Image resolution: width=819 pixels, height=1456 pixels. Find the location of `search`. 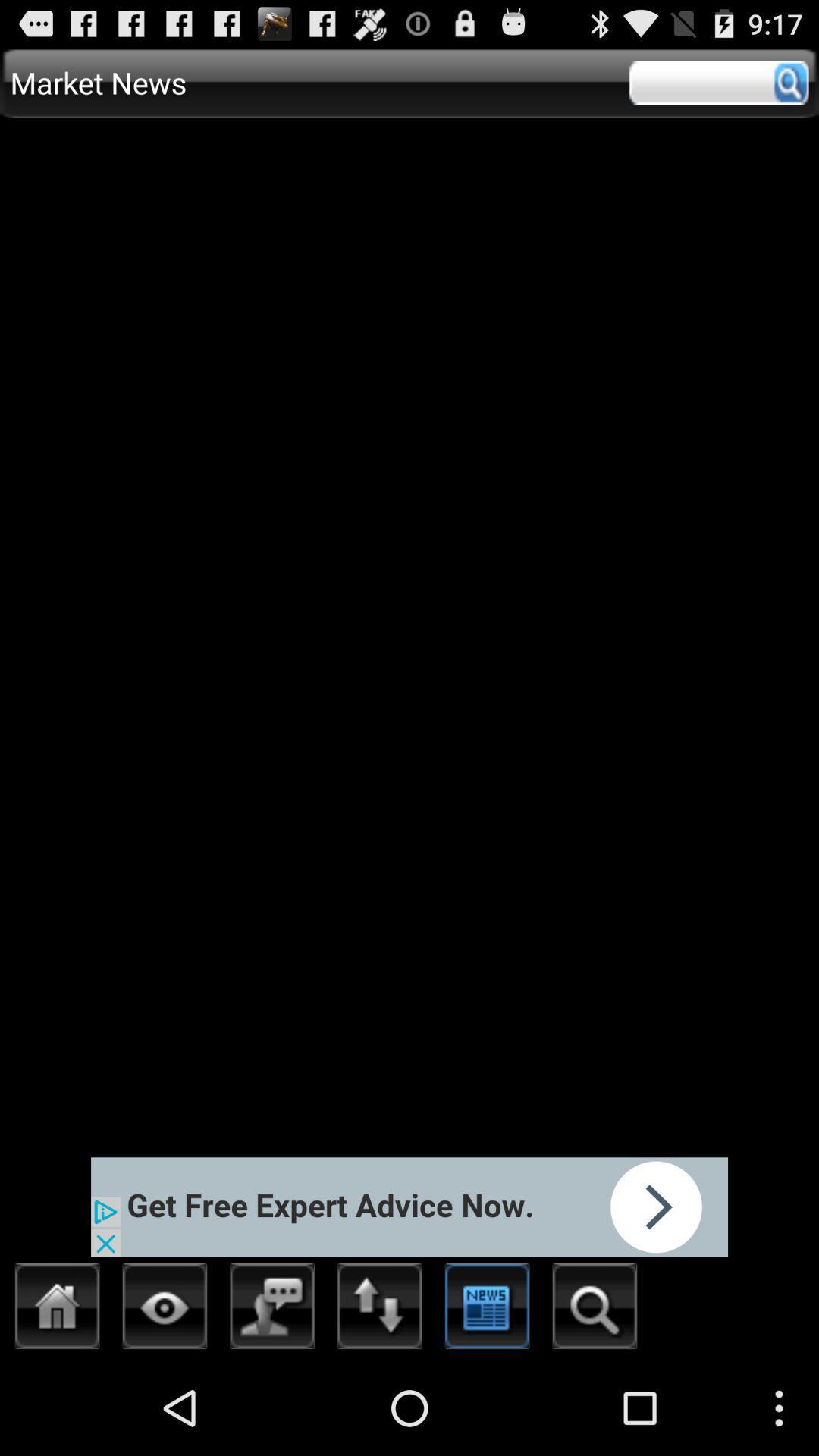

search is located at coordinates (718, 82).